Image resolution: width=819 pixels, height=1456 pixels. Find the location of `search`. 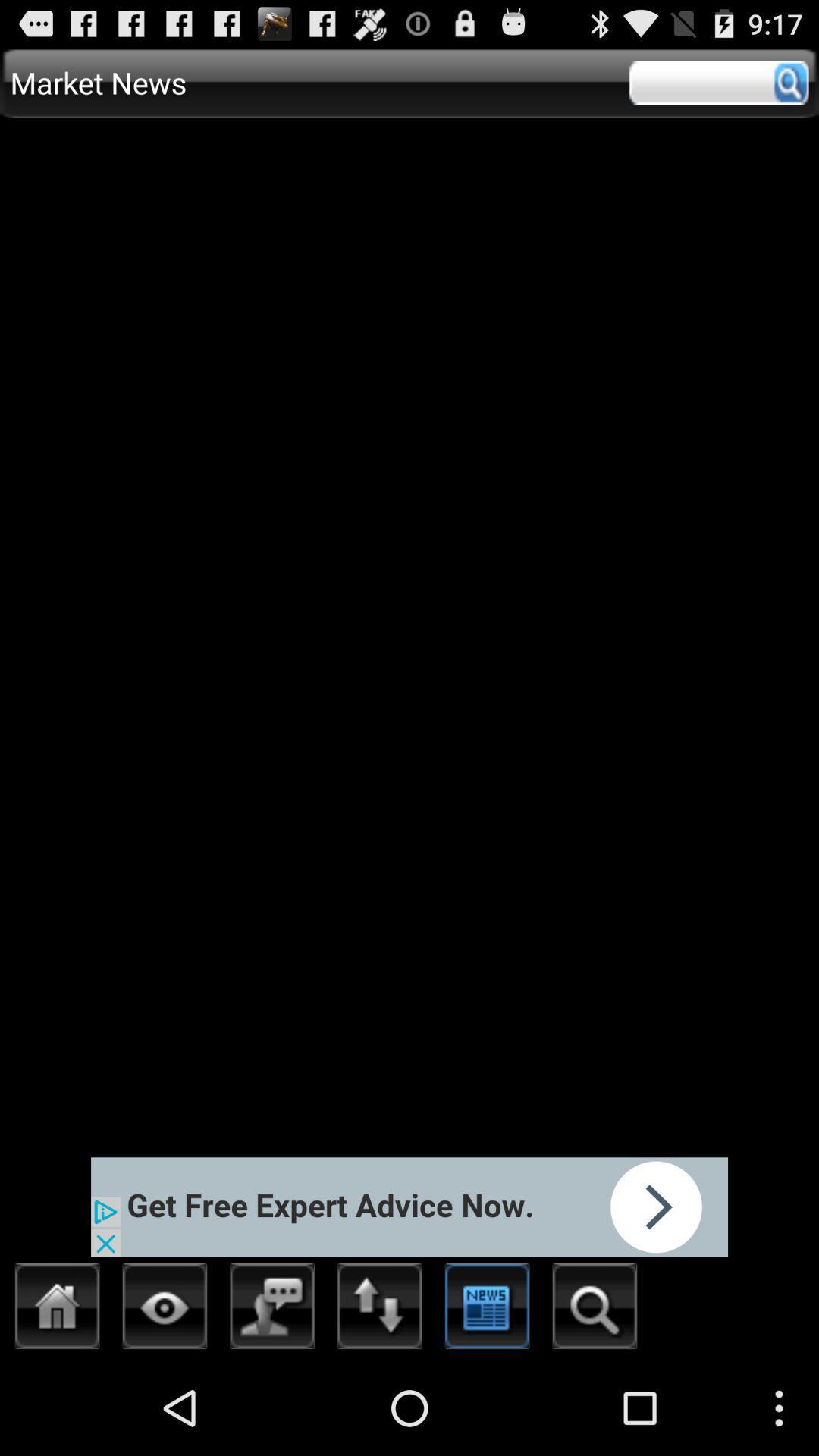

search is located at coordinates (718, 82).